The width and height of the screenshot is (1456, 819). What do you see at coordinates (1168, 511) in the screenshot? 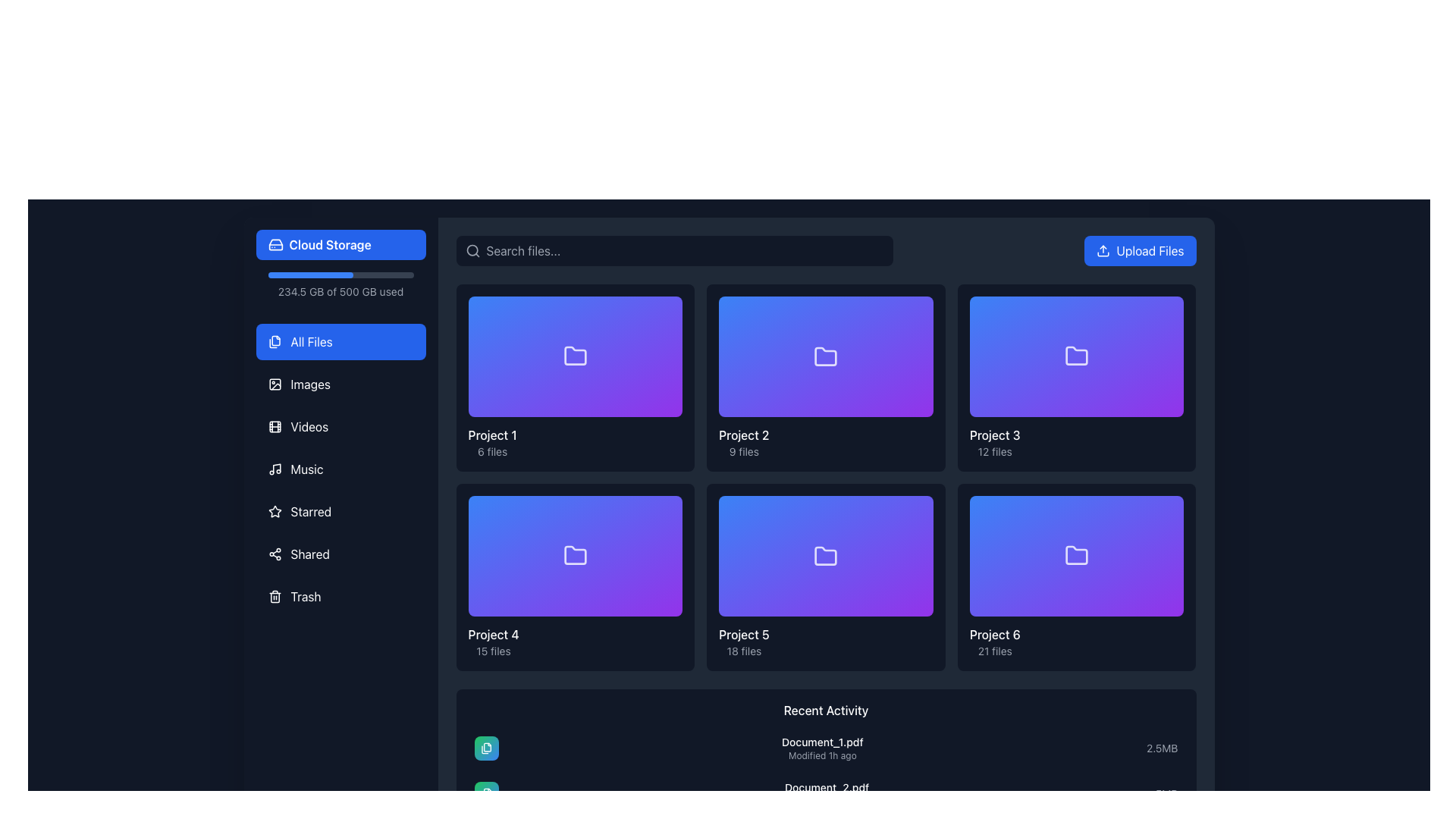
I see `the button located at the upper-right corner of the sixth card in the grid layout to change its opacity` at bounding box center [1168, 511].